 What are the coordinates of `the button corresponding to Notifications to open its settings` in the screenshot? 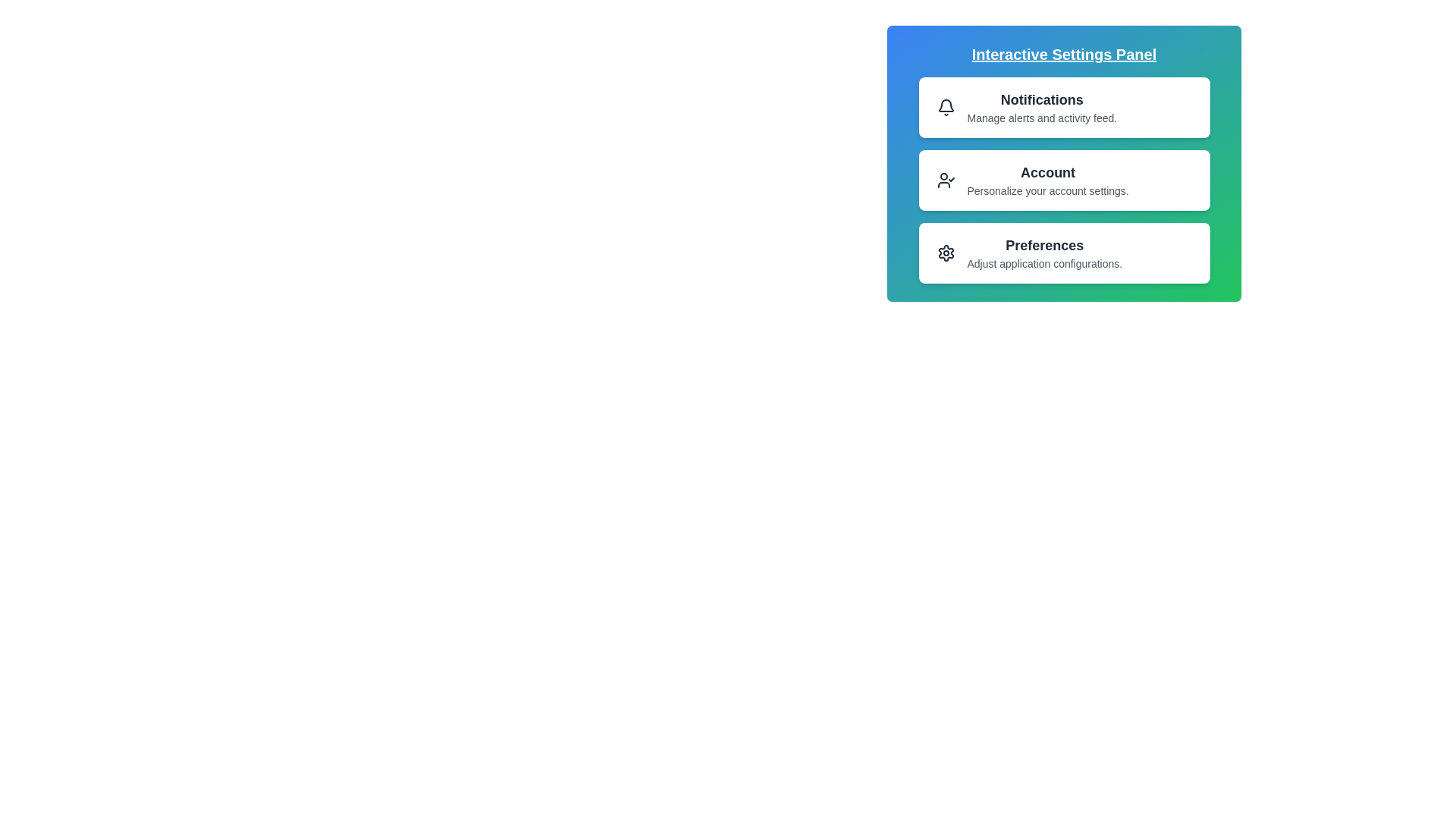 It's located at (1063, 107).